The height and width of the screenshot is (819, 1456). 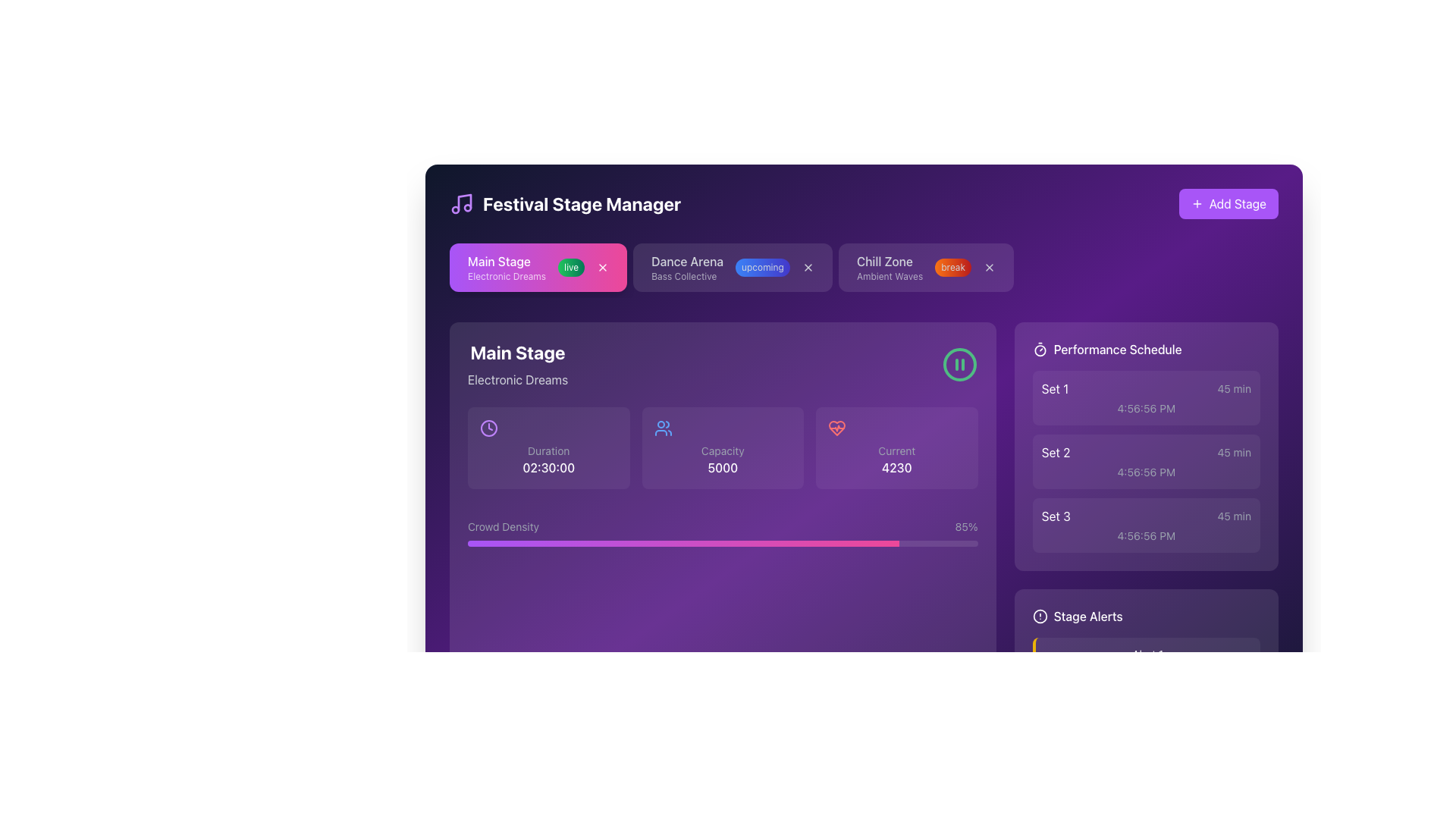 I want to click on the label that describes the capacity of the stage or event, located above the text '5000' and following a small icon representing people, so click(x=722, y=450).